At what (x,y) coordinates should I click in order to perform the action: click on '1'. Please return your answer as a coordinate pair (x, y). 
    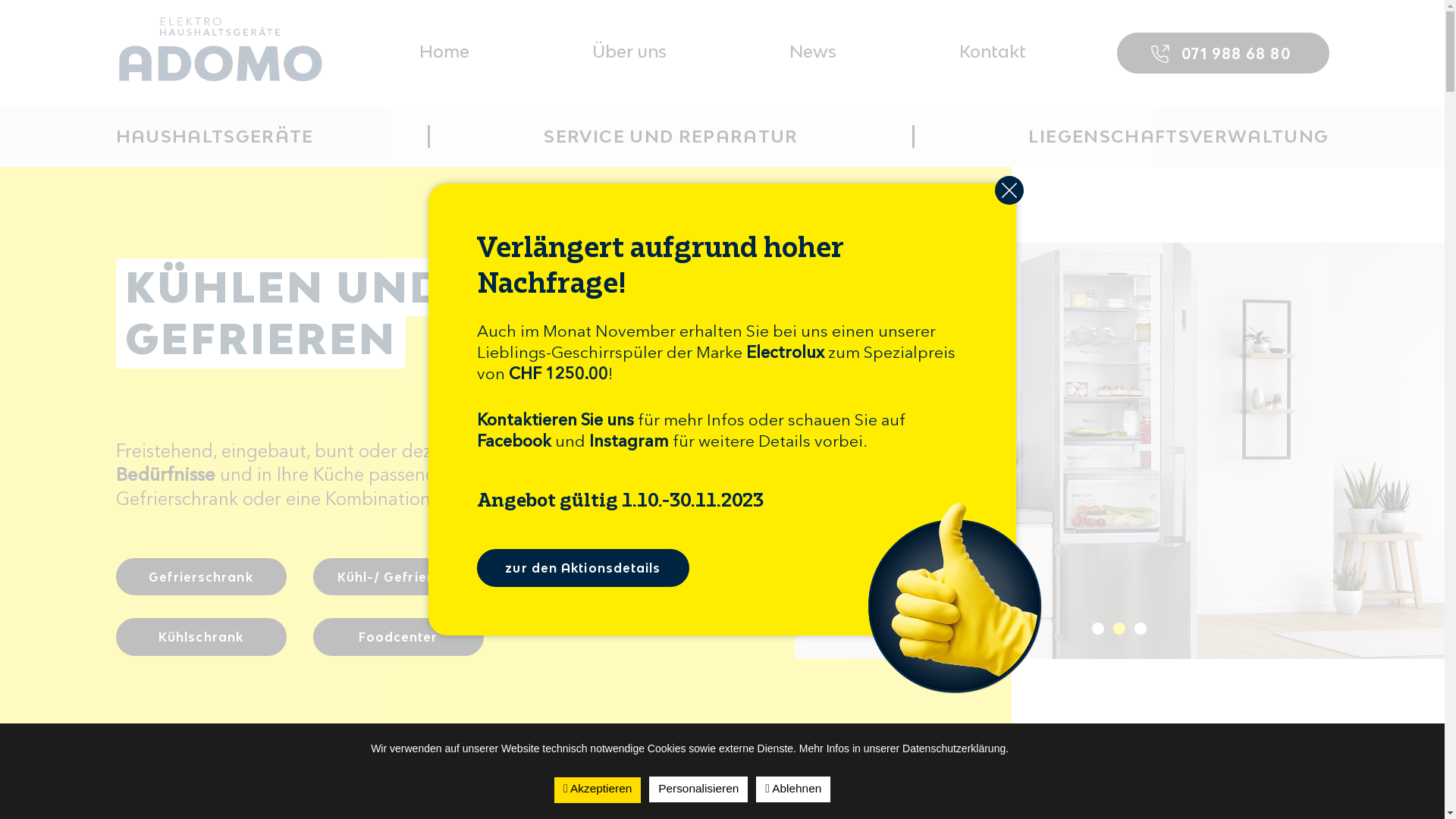
    Looking at the image, I should click on (1098, 629).